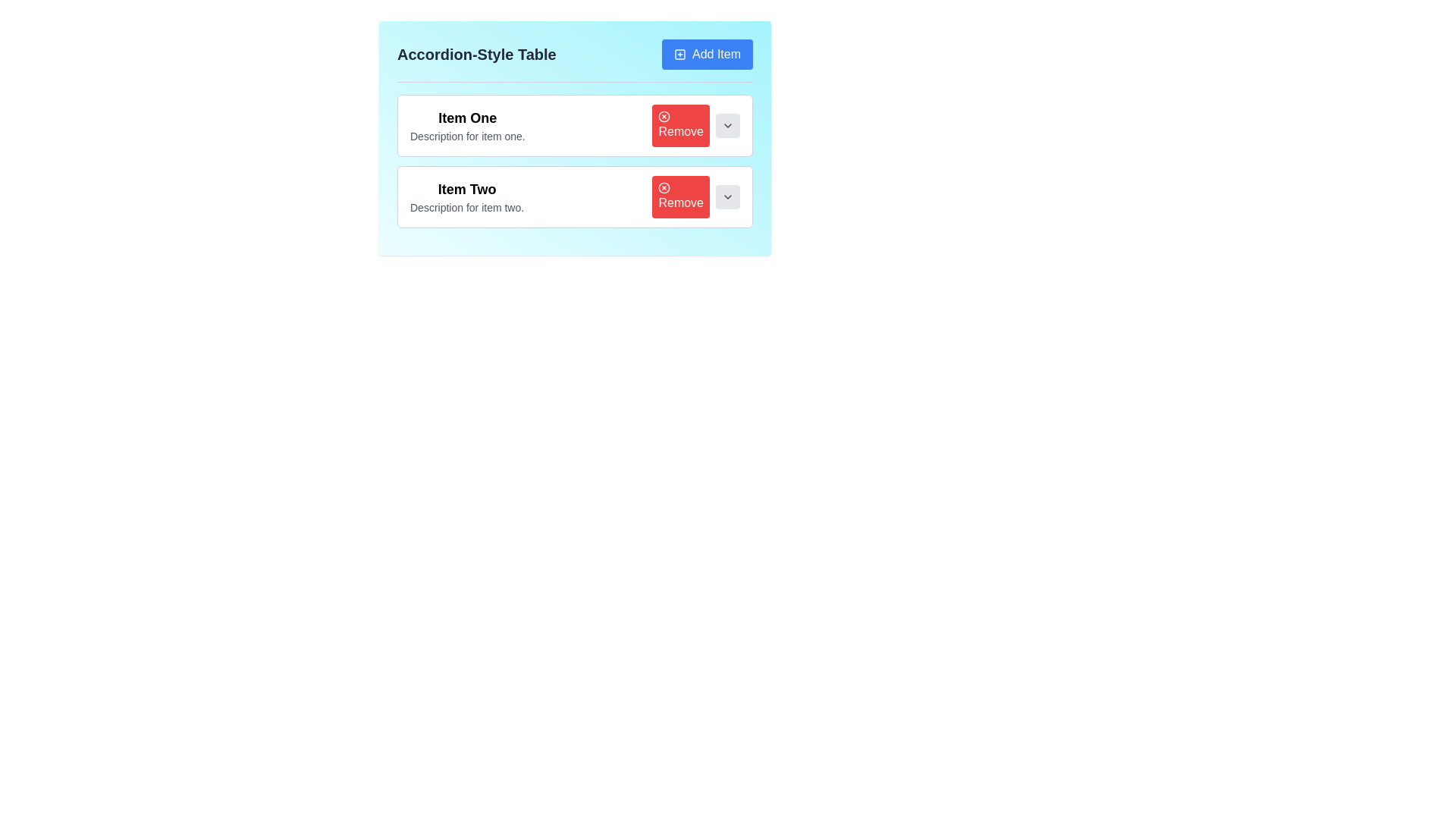 The height and width of the screenshot is (819, 1456). What do you see at coordinates (466, 196) in the screenshot?
I see `text in the Descriptive Text Block located in the second list item of the accordion-style table, which provides a title and description for that entry` at bounding box center [466, 196].